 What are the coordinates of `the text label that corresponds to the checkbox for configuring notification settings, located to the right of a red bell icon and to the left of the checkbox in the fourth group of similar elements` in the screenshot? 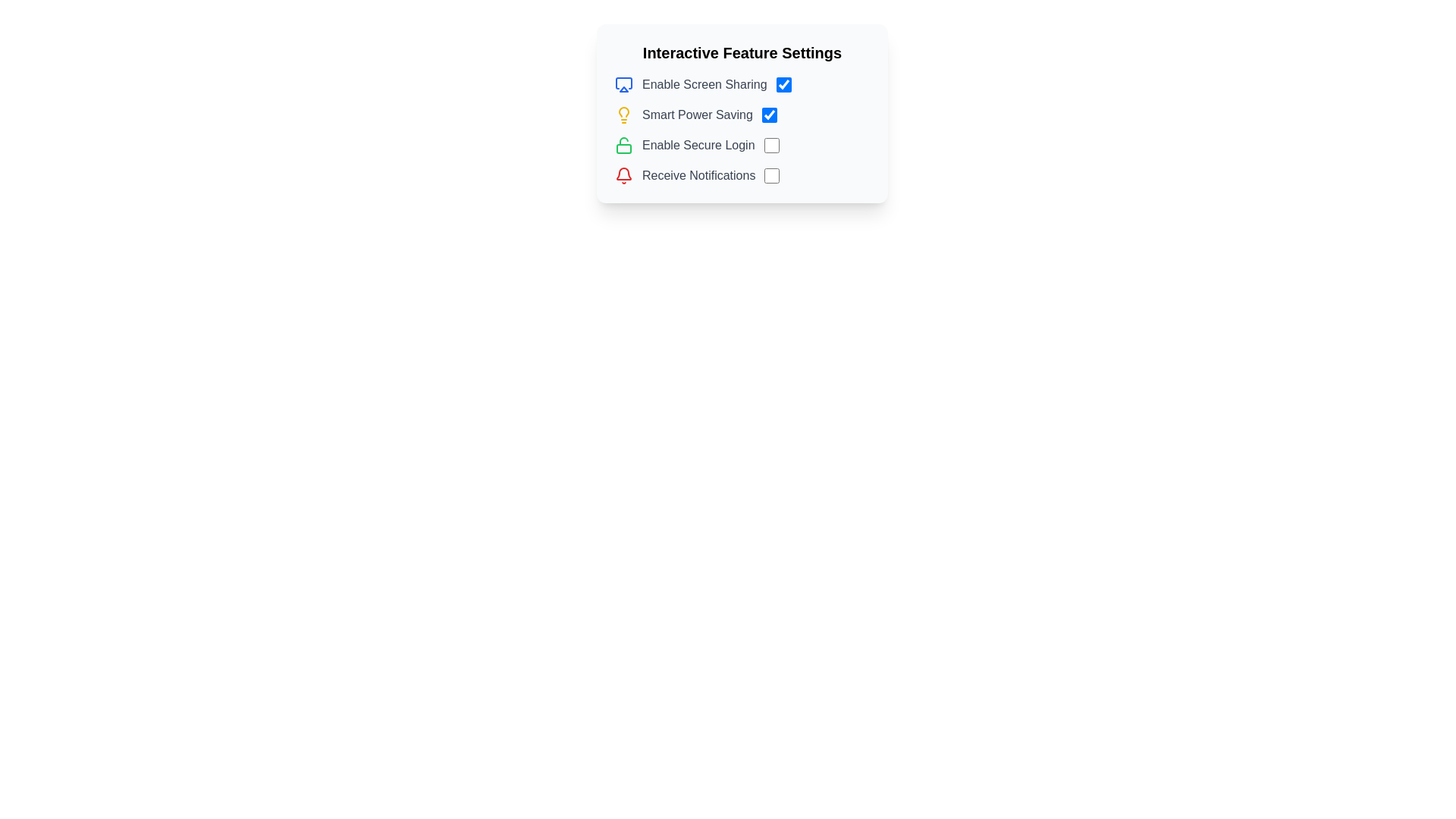 It's located at (698, 174).